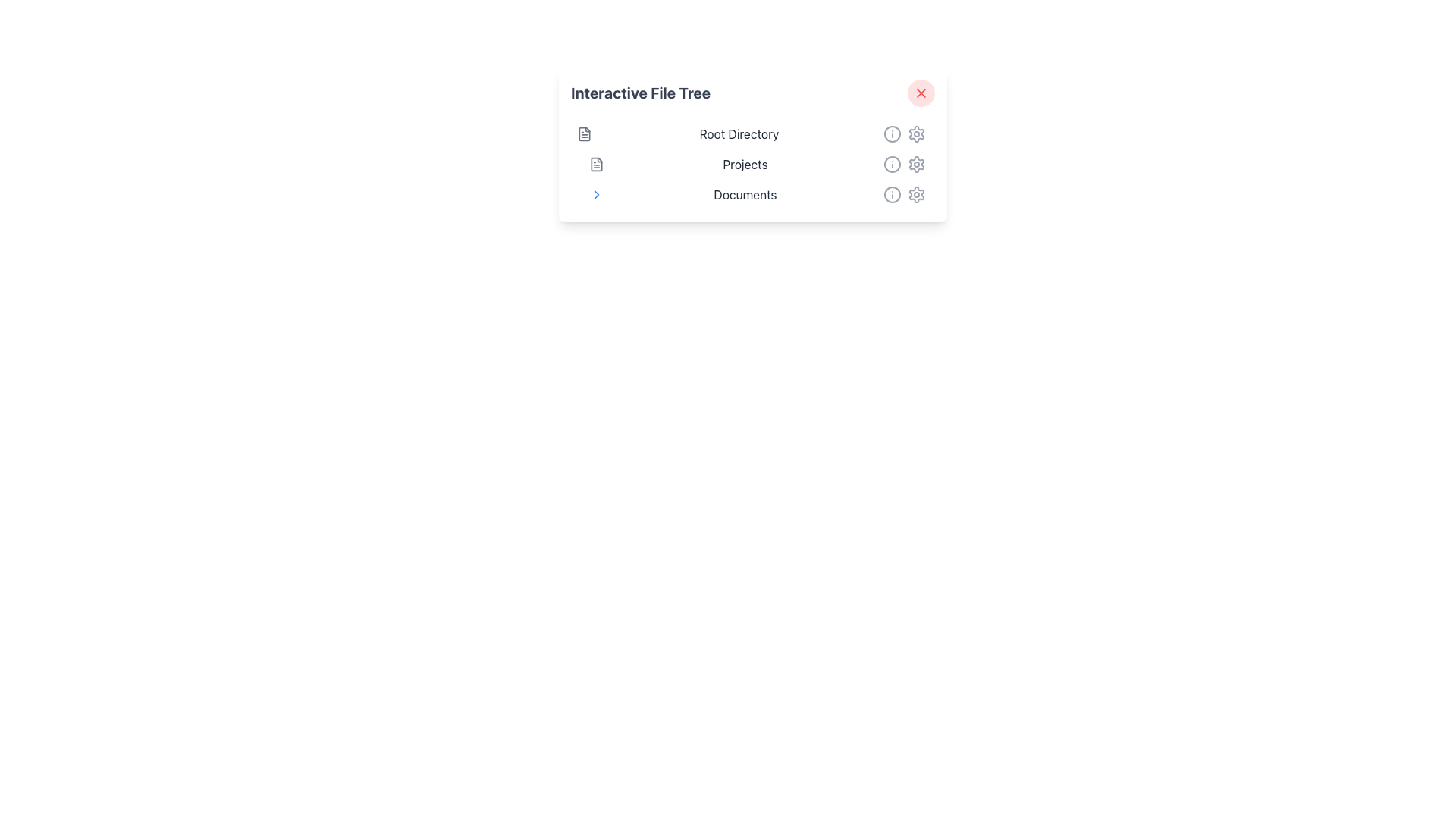 This screenshot has width=1456, height=819. I want to click on the text label 'Projects' in the list under 'Interactive File Tree', so click(753, 164).